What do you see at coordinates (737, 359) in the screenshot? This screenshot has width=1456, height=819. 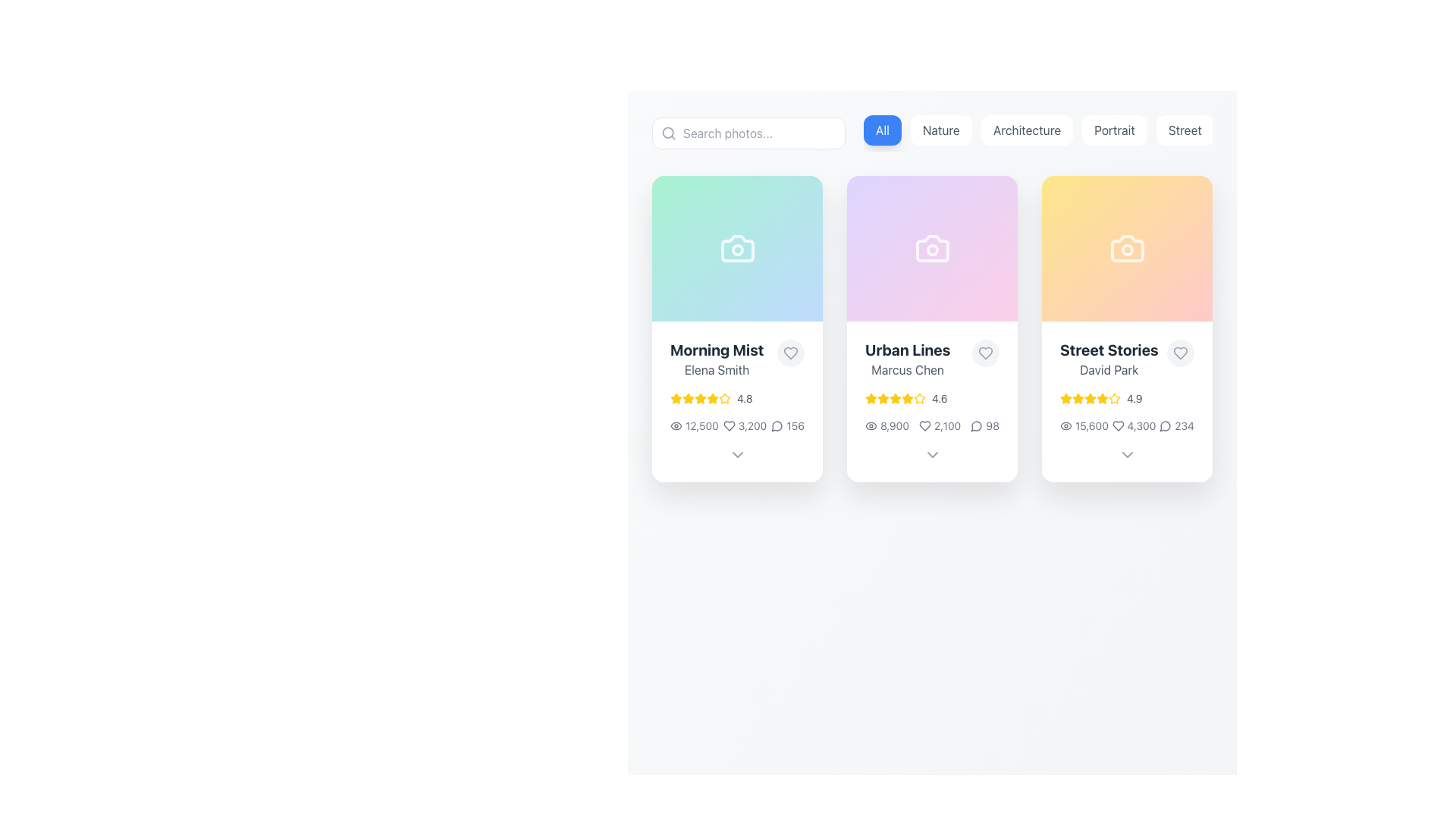 I see `the title and subtitle identifier text with the adjacent heart icon in the first card` at bounding box center [737, 359].